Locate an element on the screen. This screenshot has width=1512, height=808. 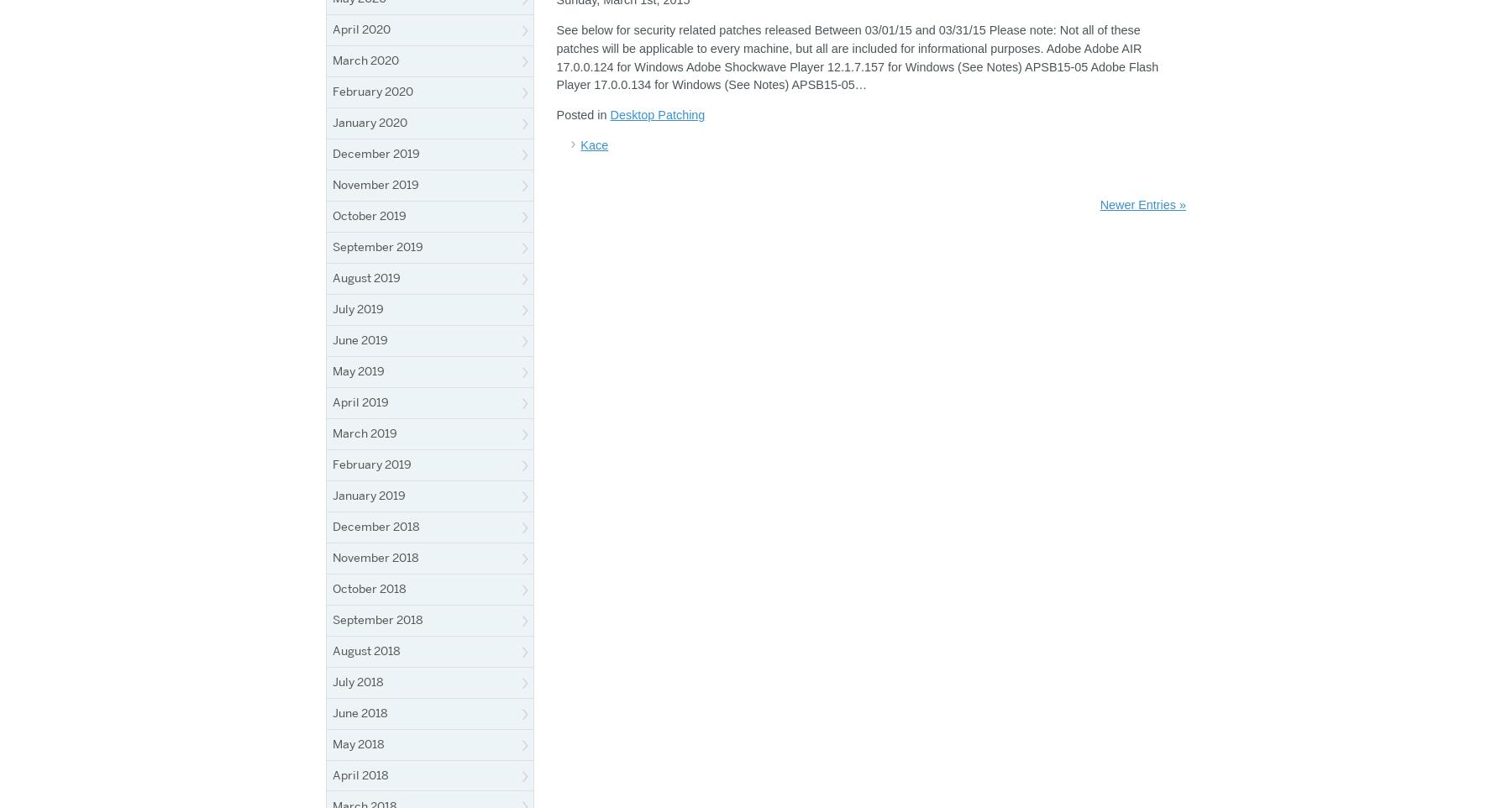
'July 2018' is located at coordinates (358, 679).